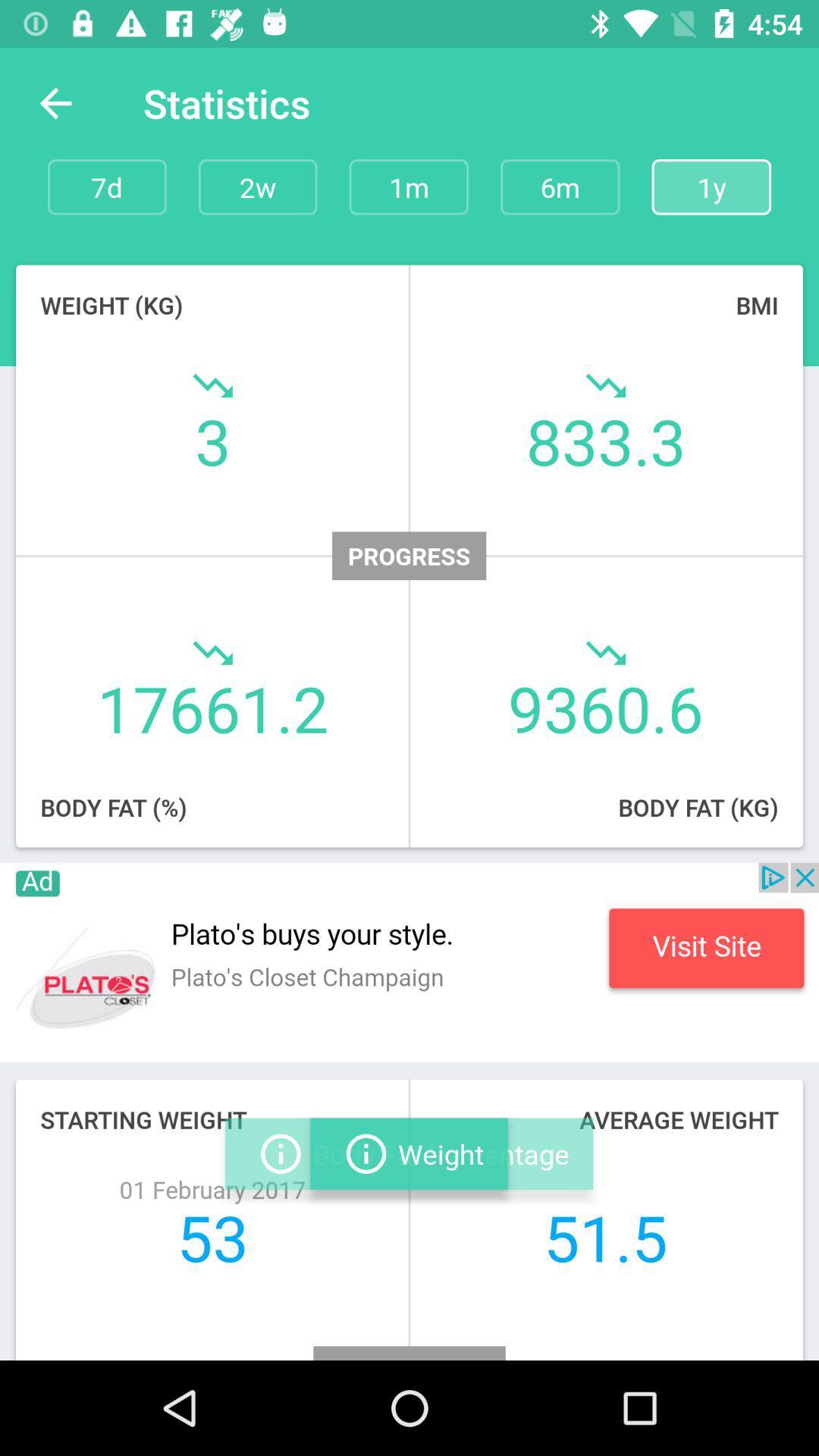  What do you see at coordinates (409, 961) in the screenshot?
I see `advertisement page` at bounding box center [409, 961].